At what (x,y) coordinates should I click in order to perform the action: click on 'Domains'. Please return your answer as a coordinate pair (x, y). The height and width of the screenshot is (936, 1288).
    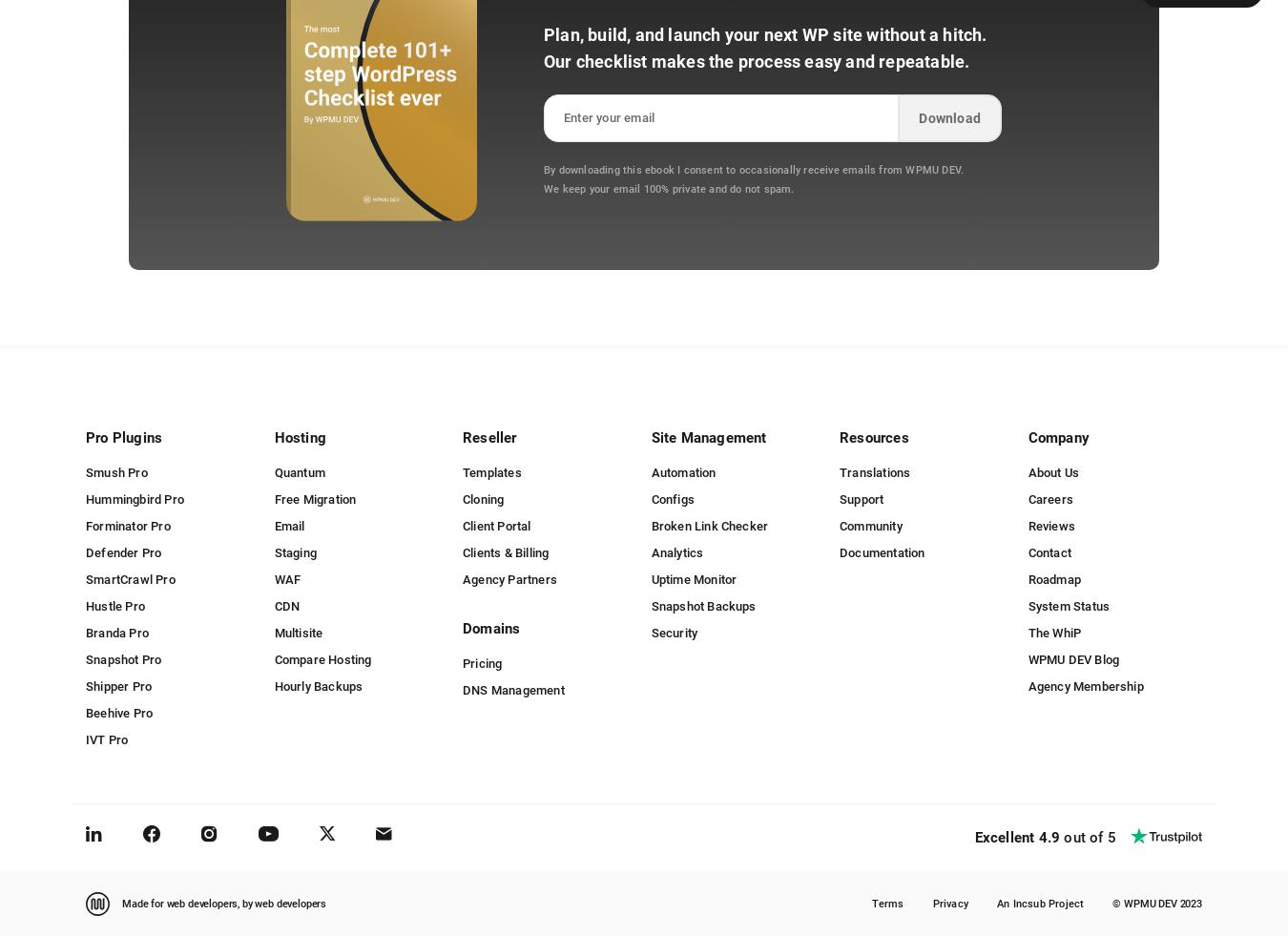
    Looking at the image, I should click on (490, 629).